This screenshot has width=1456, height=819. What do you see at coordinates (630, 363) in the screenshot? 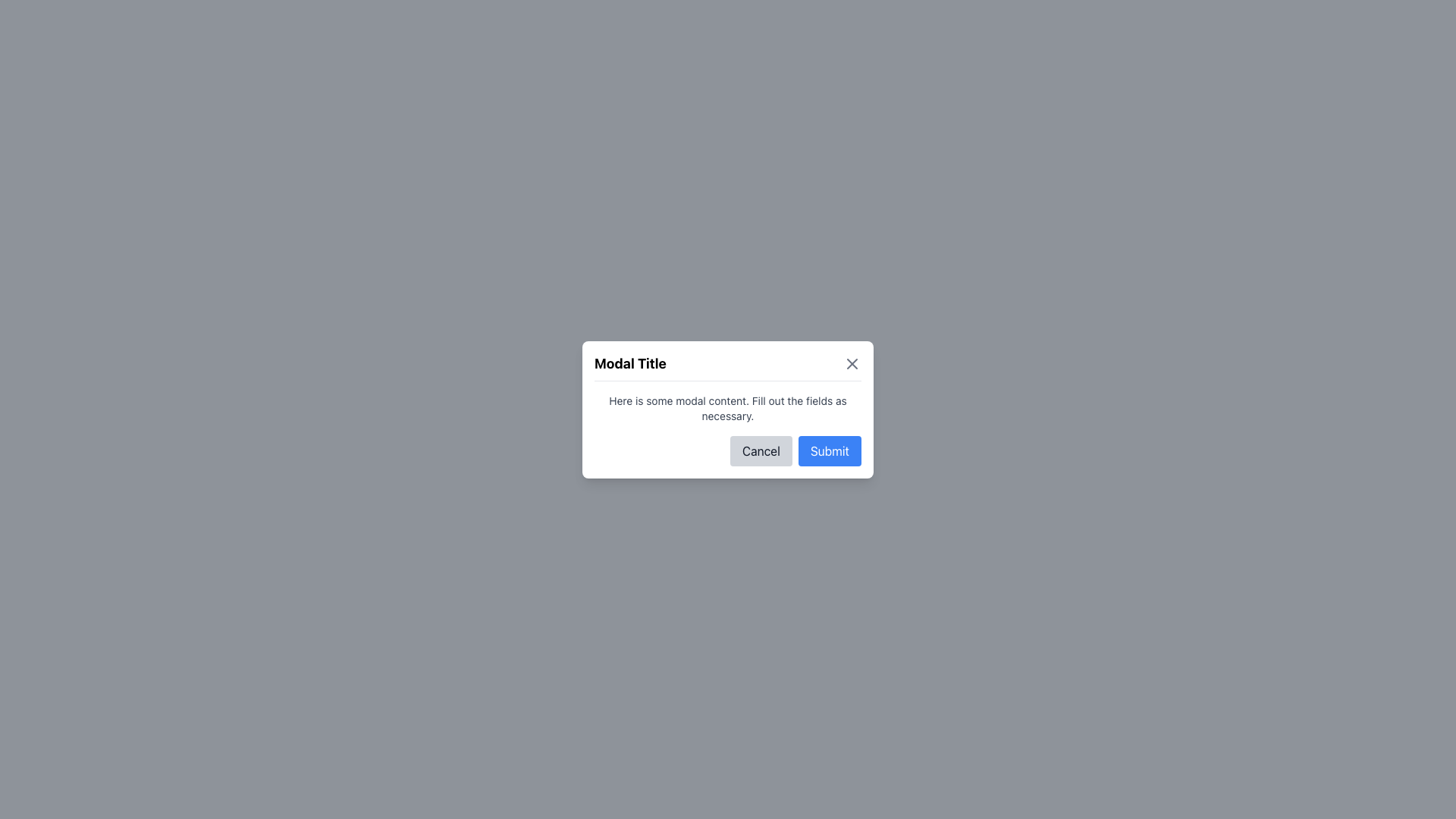
I see `the bolded and large-sized text displaying 'Modal Title' located in the header section of the modal window, positioned at the top-left corner before the close button` at bounding box center [630, 363].